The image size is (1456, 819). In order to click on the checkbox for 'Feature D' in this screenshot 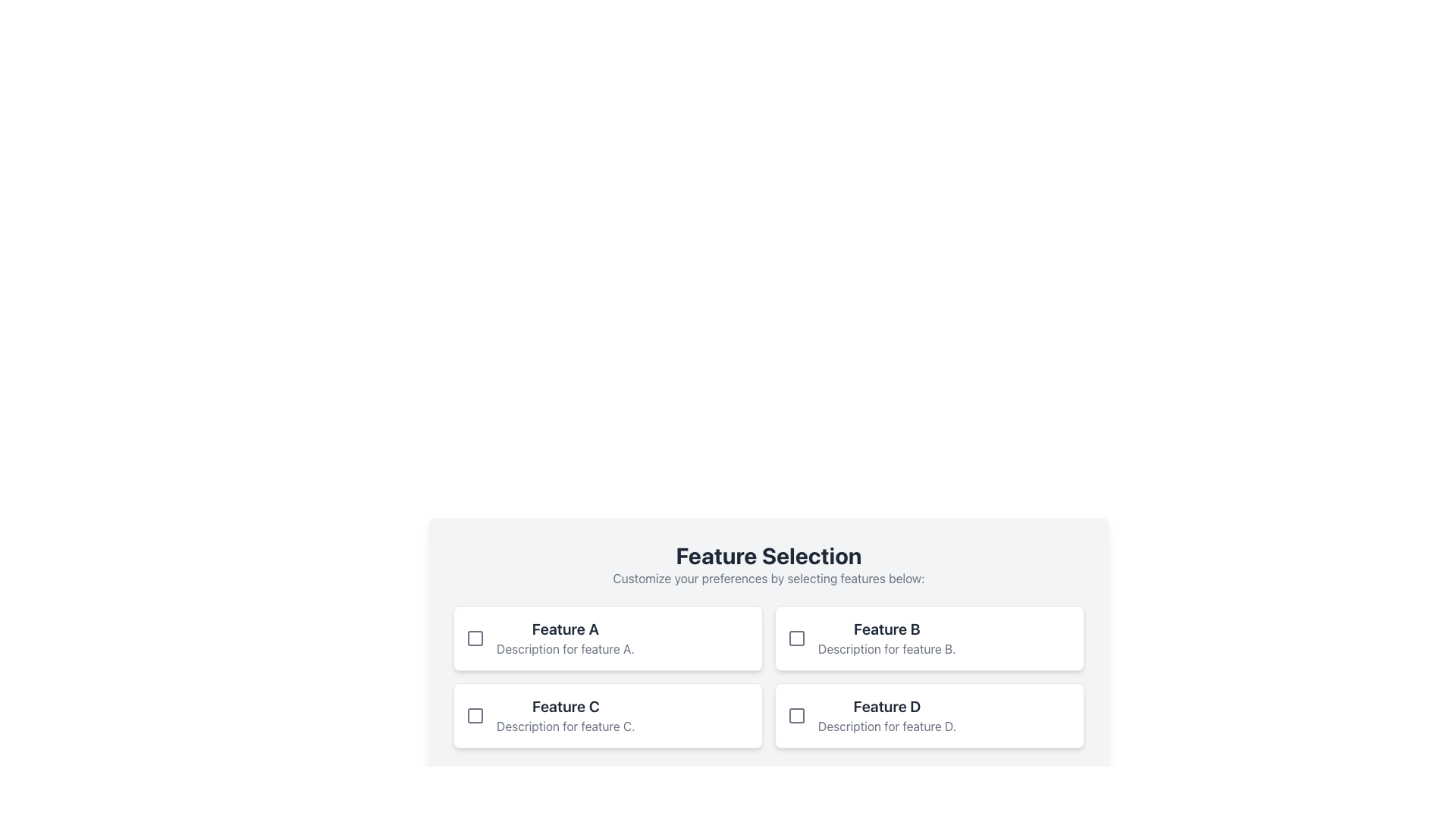, I will do `click(796, 716)`.